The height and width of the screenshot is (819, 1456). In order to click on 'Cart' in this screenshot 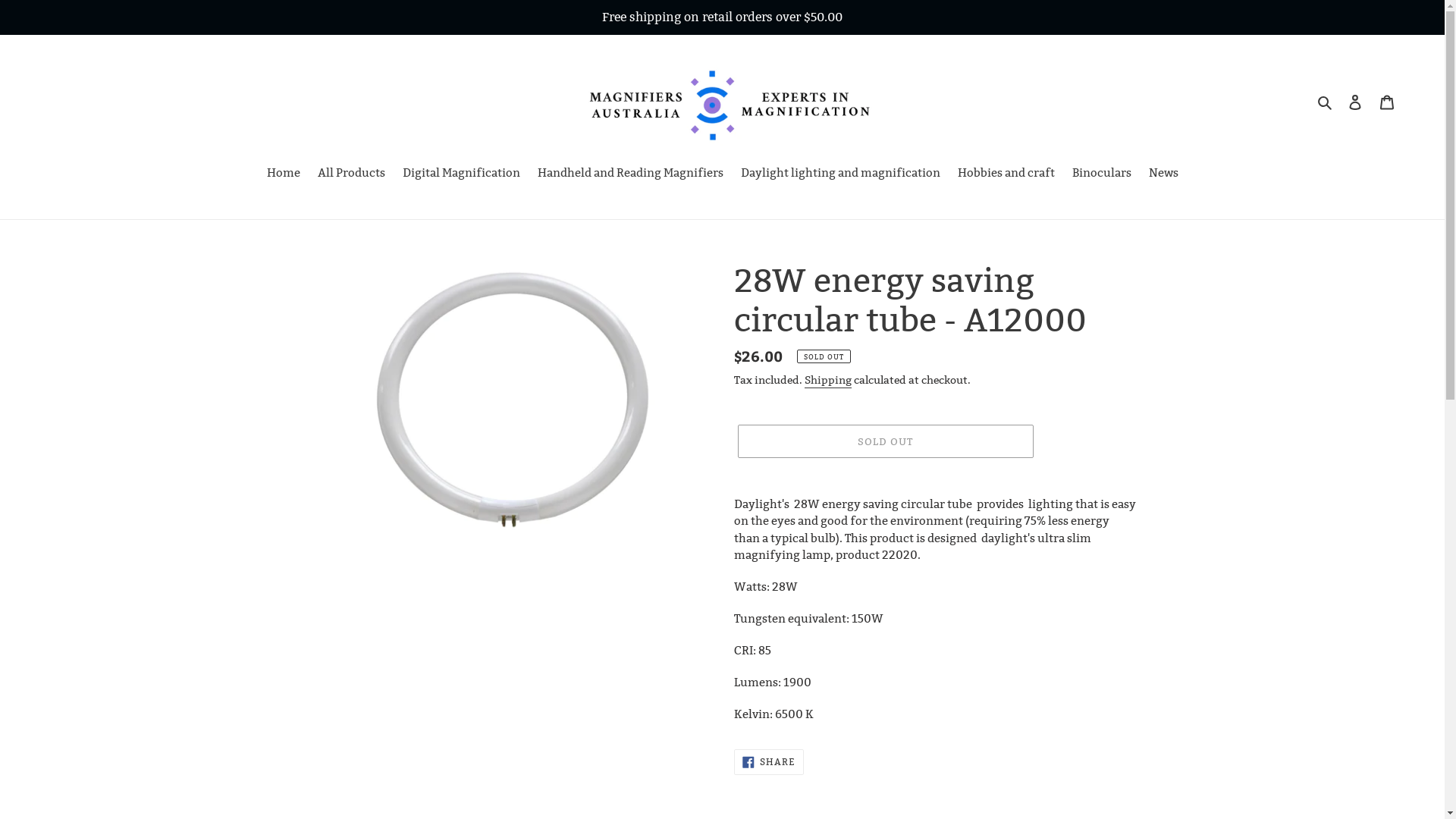, I will do `click(1371, 102)`.